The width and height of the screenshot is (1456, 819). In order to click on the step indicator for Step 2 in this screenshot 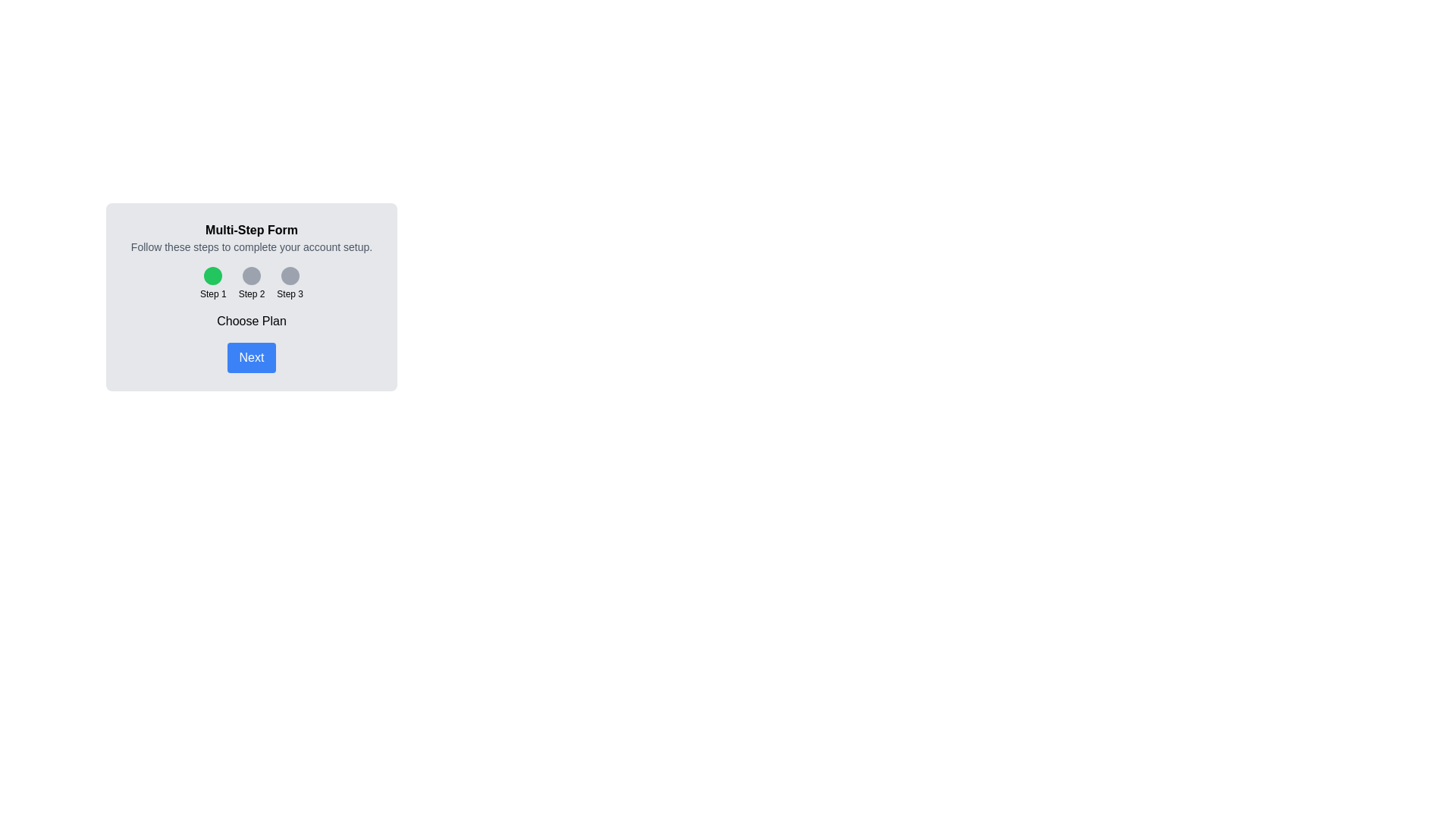, I will do `click(251, 275)`.